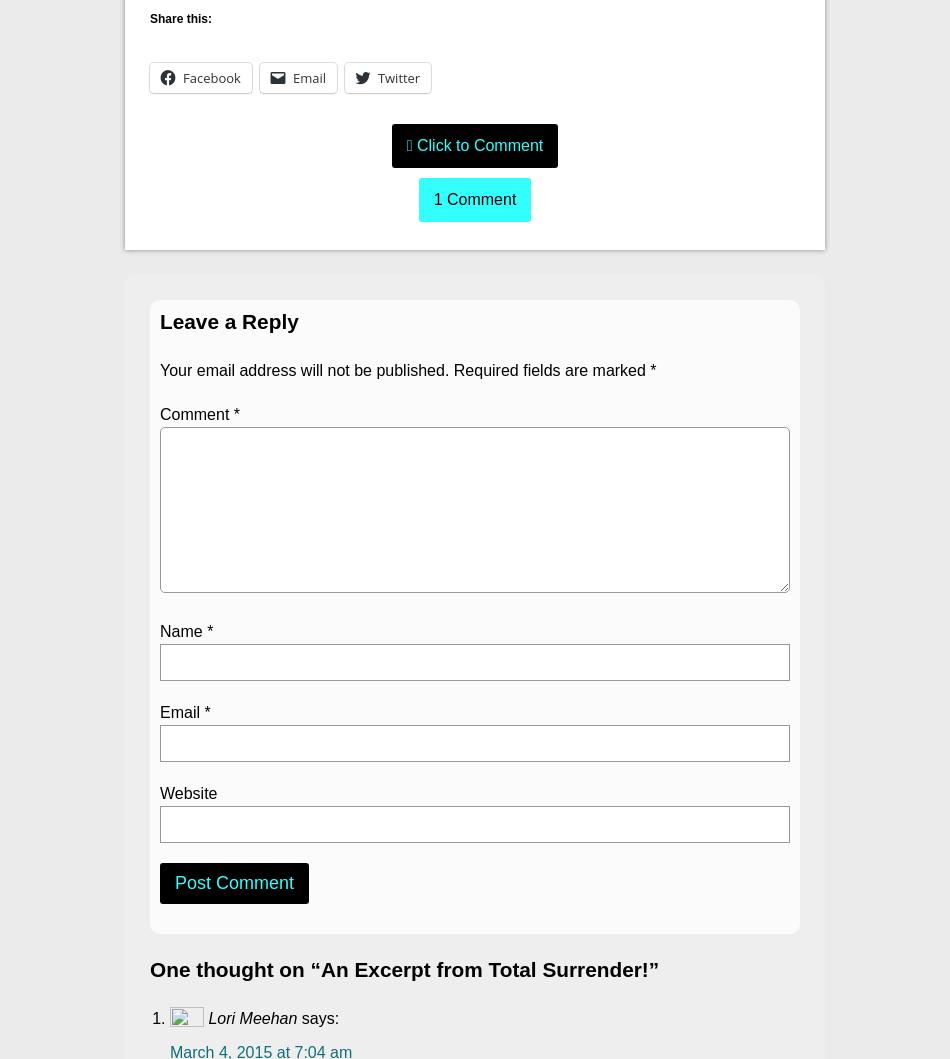 Image resolution: width=950 pixels, height=1059 pixels. Describe the element at coordinates (196, 413) in the screenshot. I see `'Comment'` at that location.